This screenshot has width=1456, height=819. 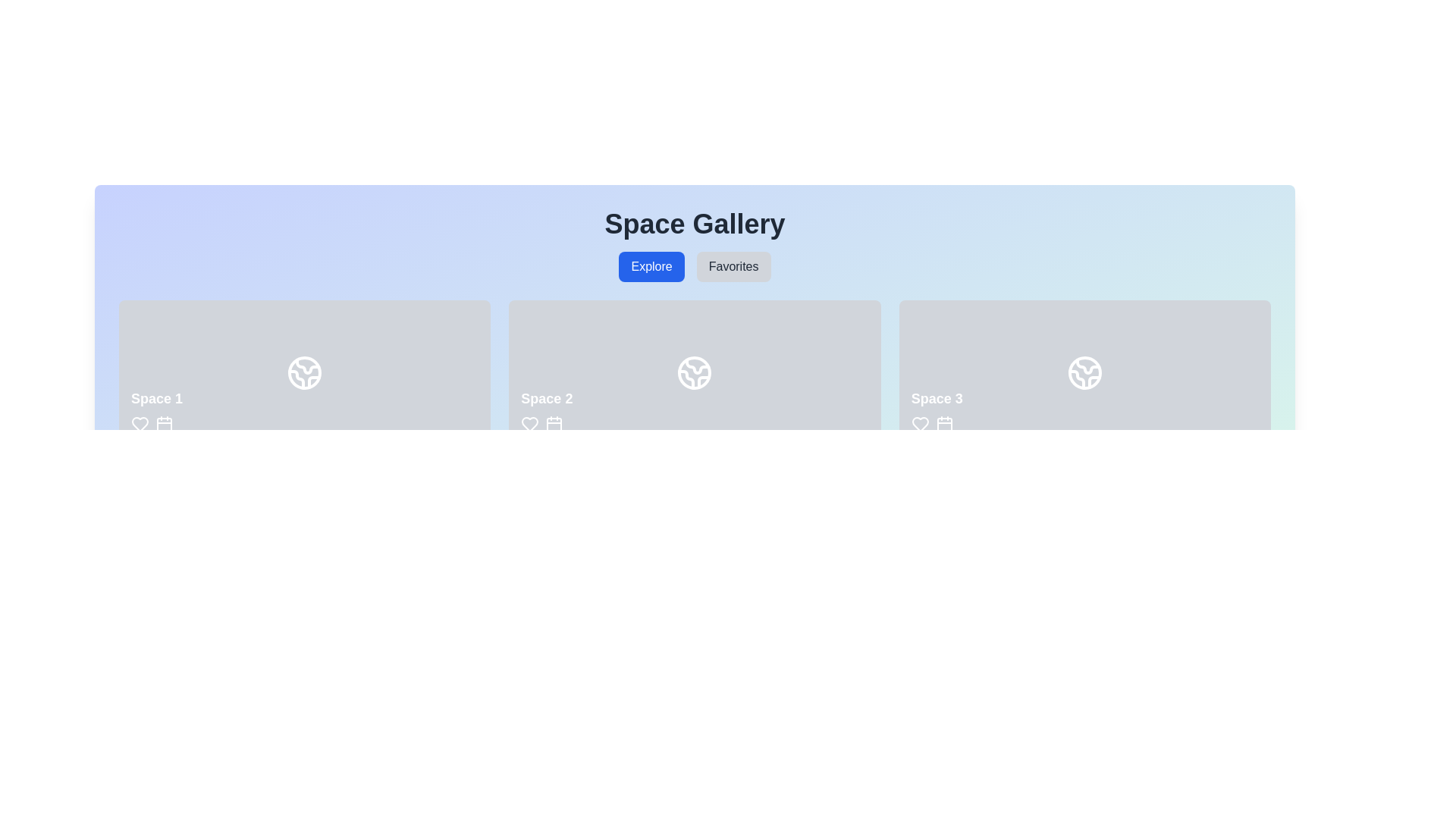 What do you see at coordinates (919, 424) in the screenshot?
I see `the heart icon located in the bottom-left corner of 'Space 3'` at bounding box center [919, 424].